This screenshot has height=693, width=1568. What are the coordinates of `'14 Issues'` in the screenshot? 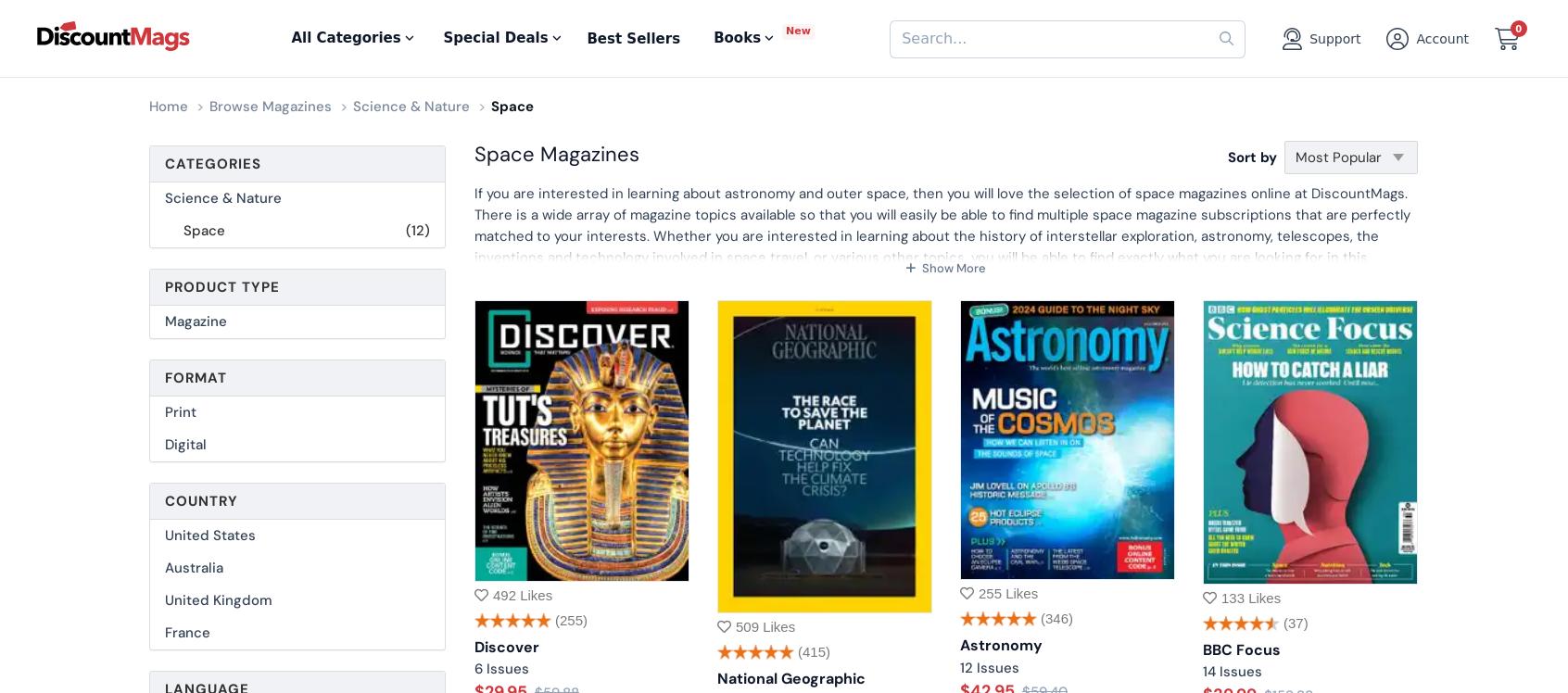 It's located at (1232, 671).